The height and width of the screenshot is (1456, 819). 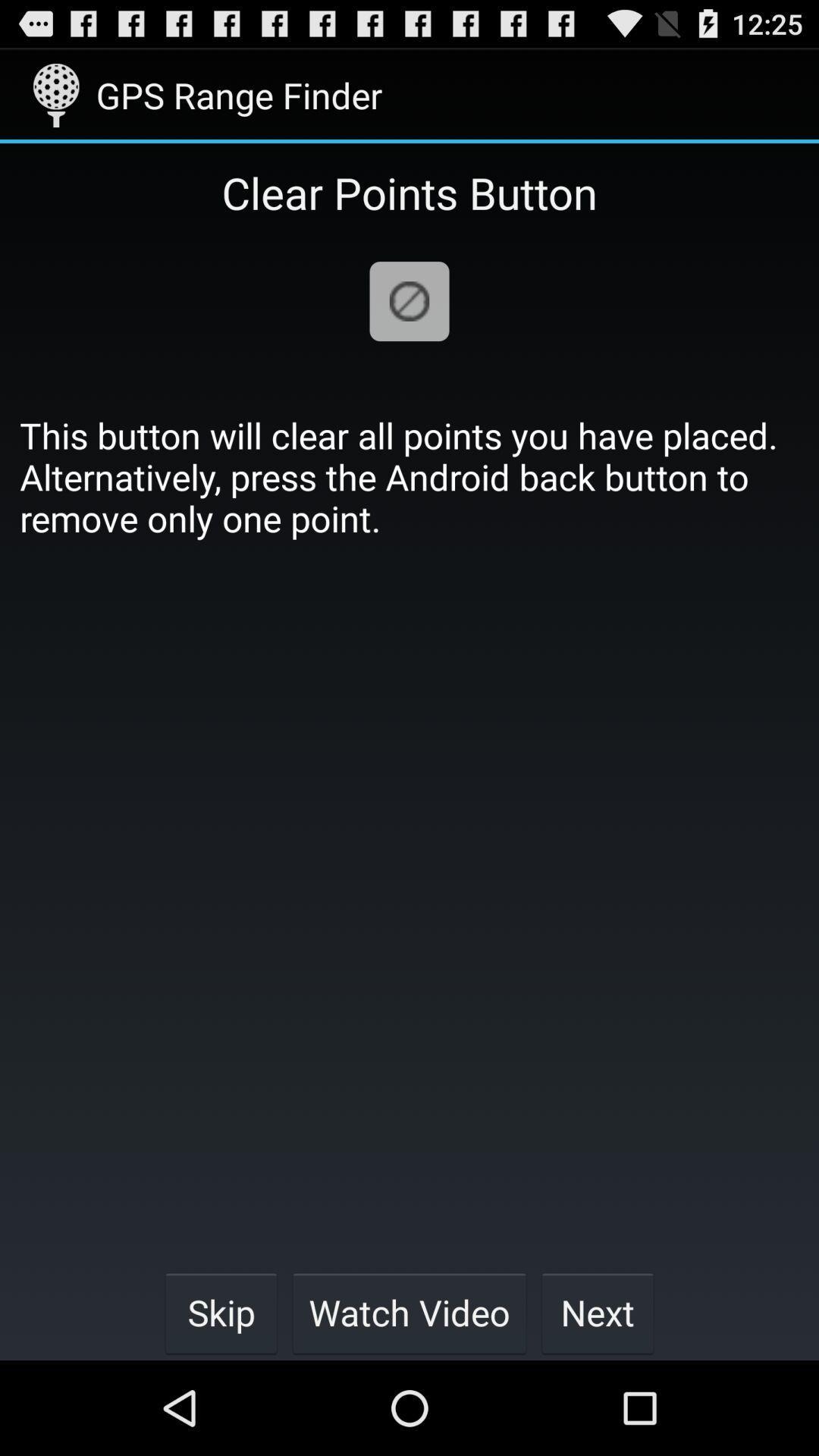 I want to click on the explore icon, so click(x=409, y=322).